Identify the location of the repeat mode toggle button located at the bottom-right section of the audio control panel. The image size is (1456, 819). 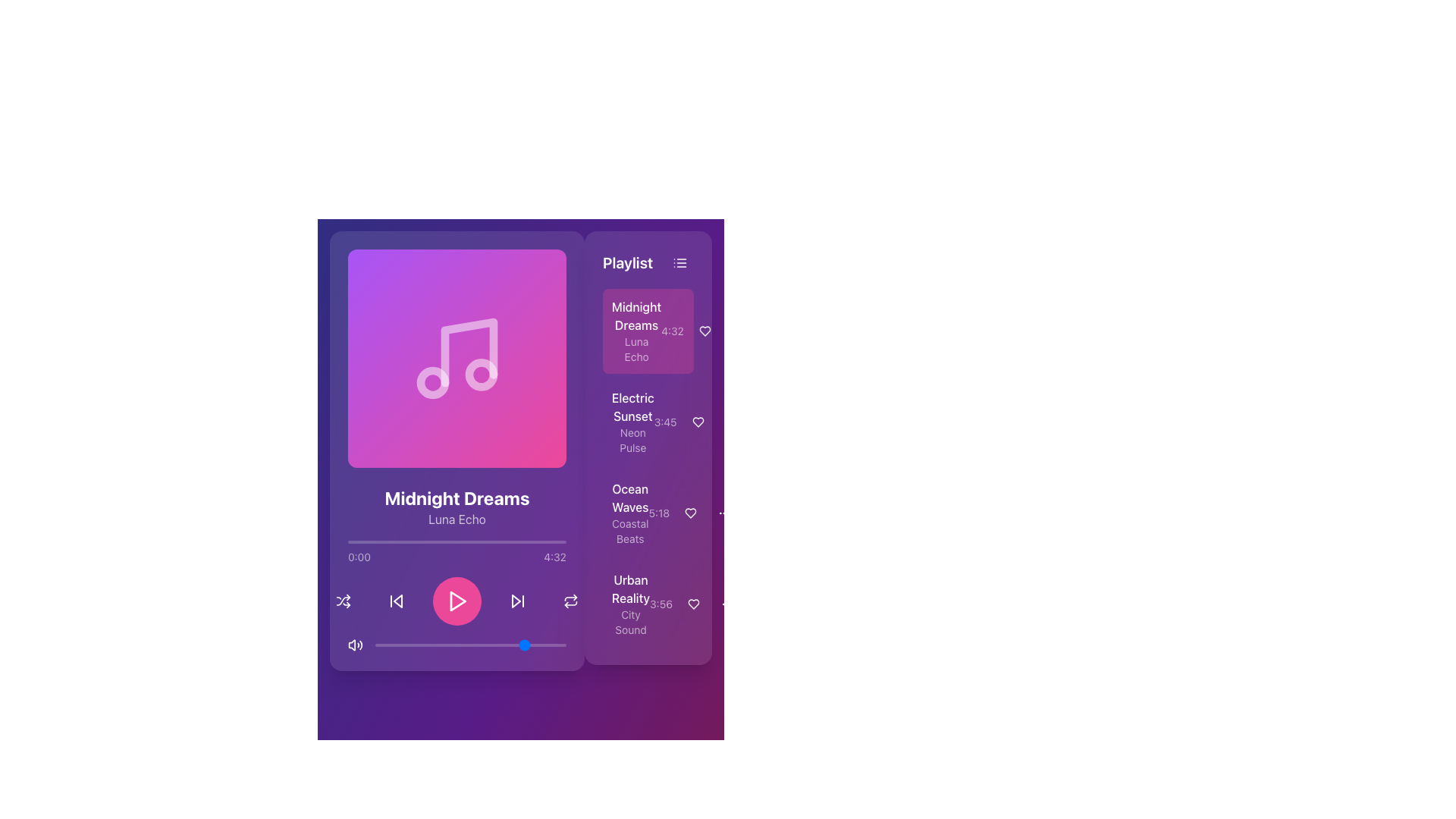
(570, 601).